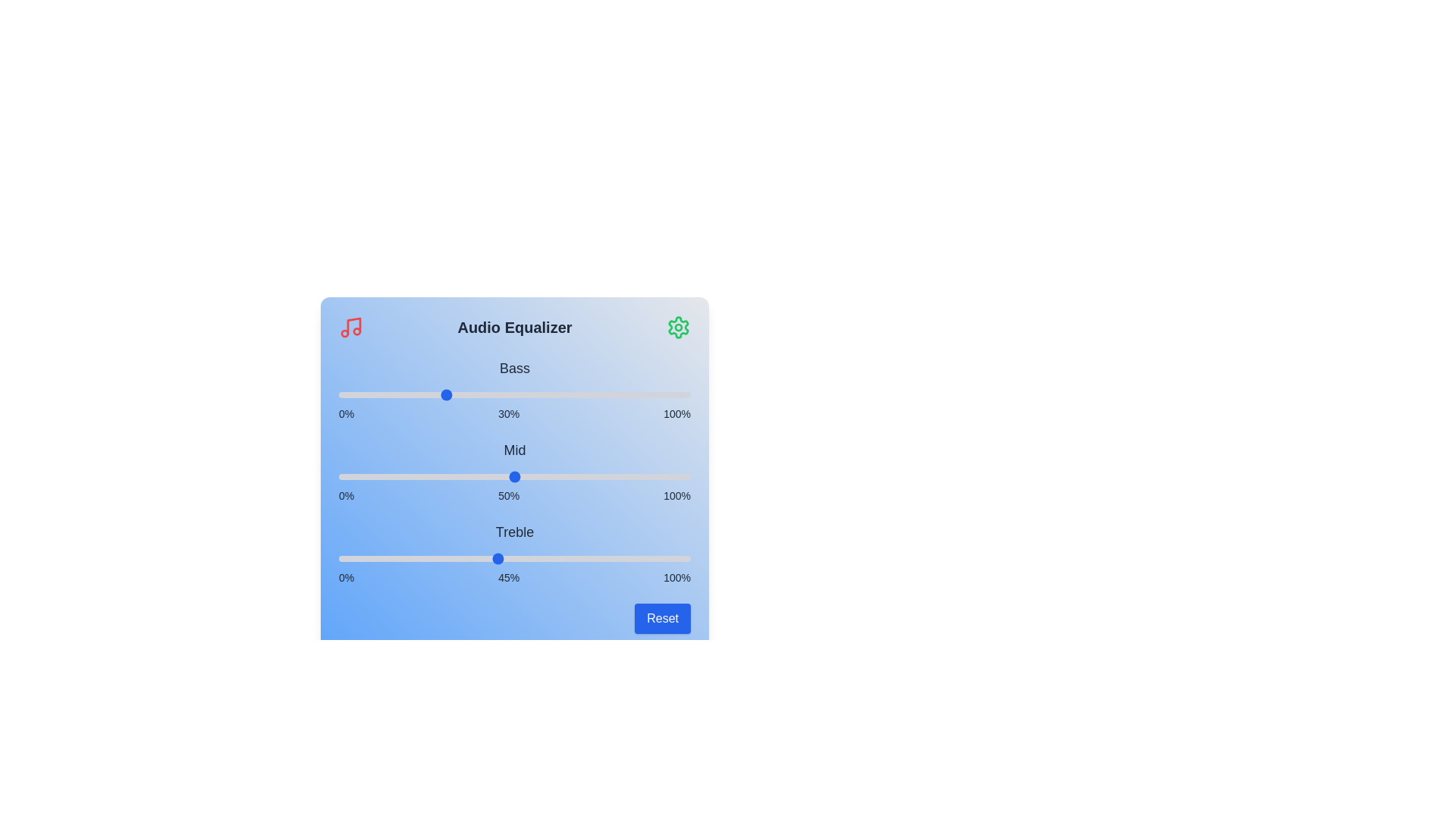  Describe the element at coordinates (662, 619) in the screenshot. I see `reset button to restore default values` at that location.